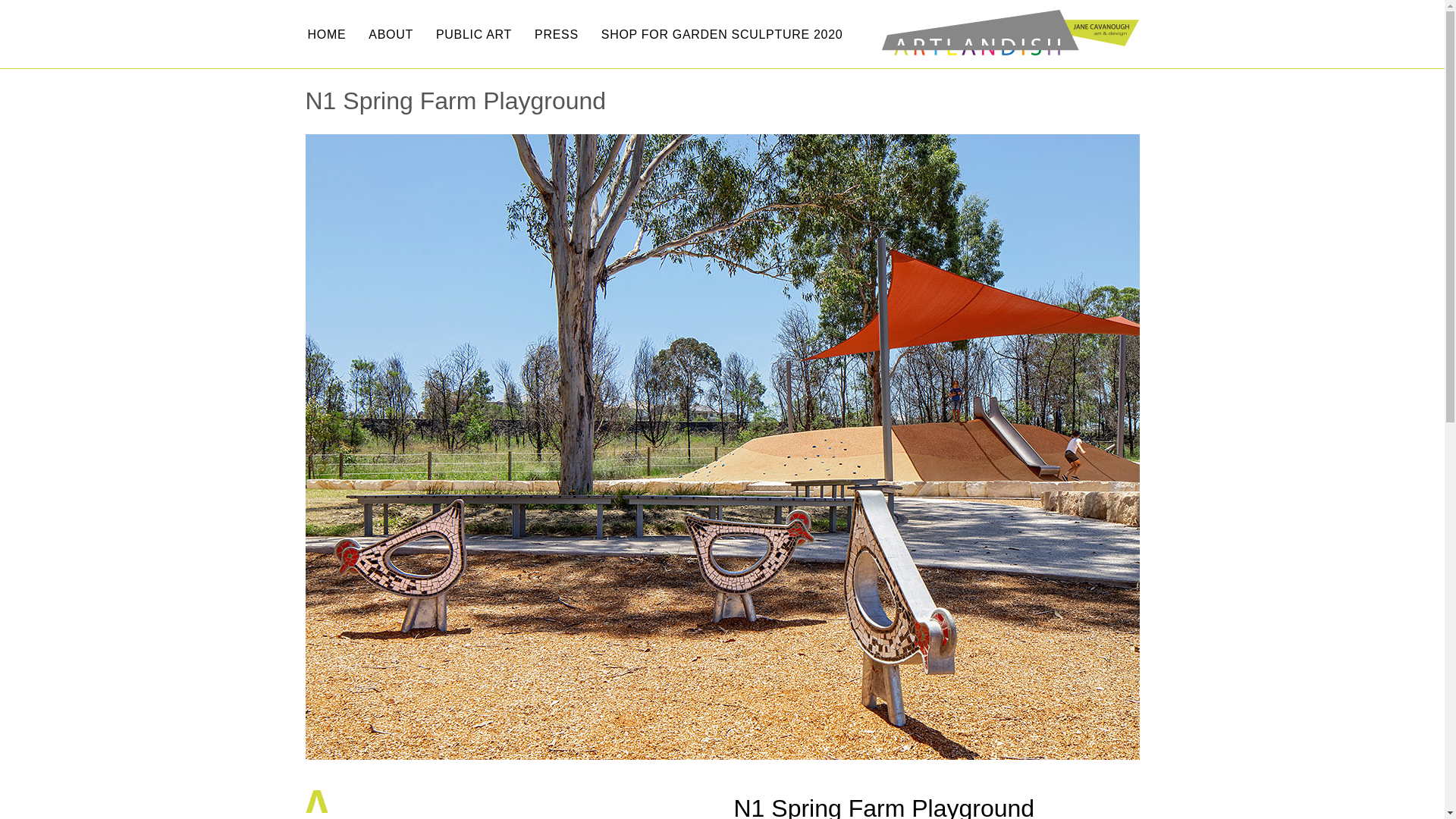  What do you see at coordinates (391, 34) in the screenshot?
I see `'ABOUT'` at bounding box center [391, 34].